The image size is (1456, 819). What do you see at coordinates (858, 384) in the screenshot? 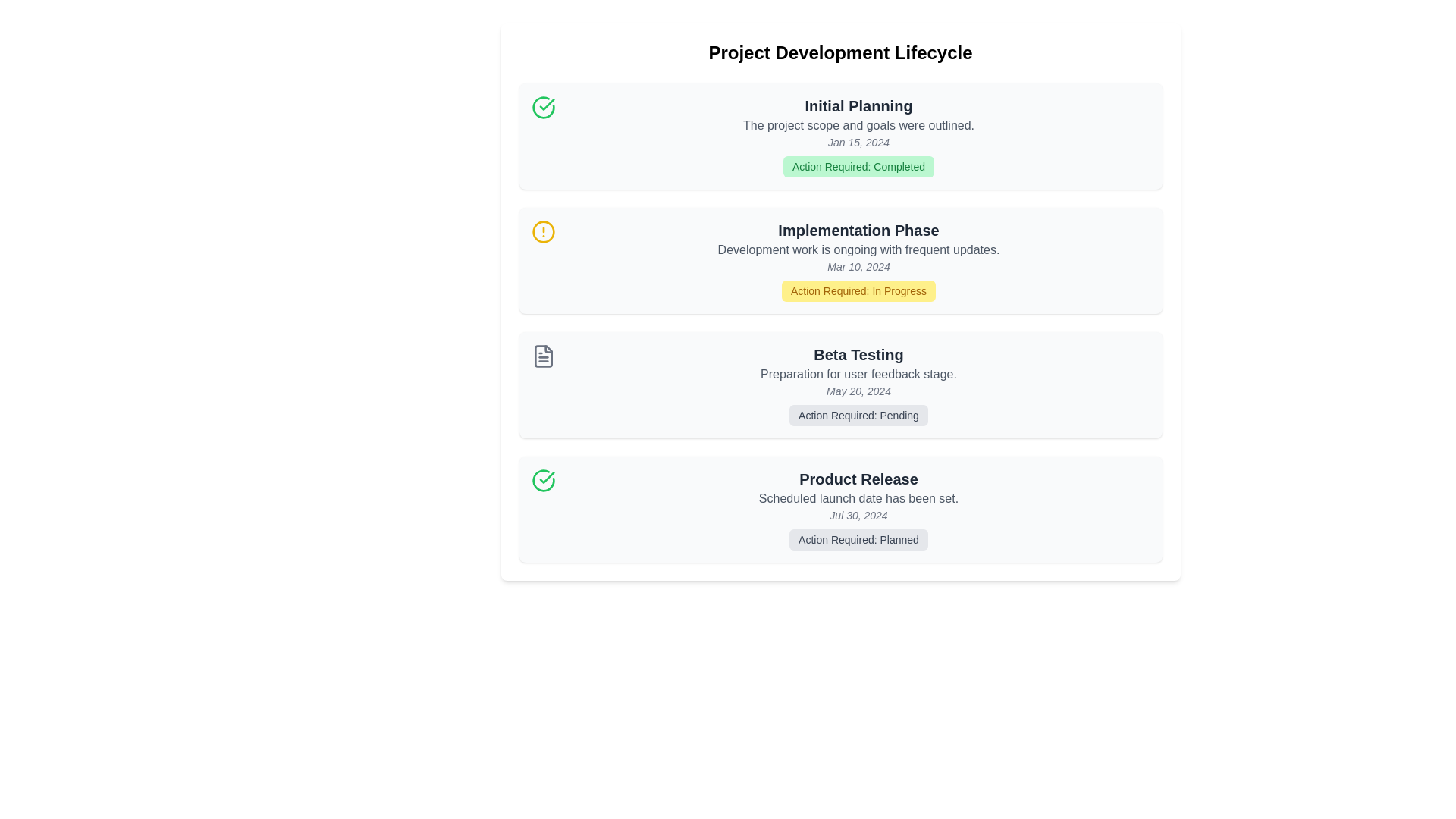
I see `the list item titled 'Beta Testing' which contains the description 'Preparation for user feedback stage.' and has a status labeled 'Action Required: Pending'` at bounding box center [858, 384].